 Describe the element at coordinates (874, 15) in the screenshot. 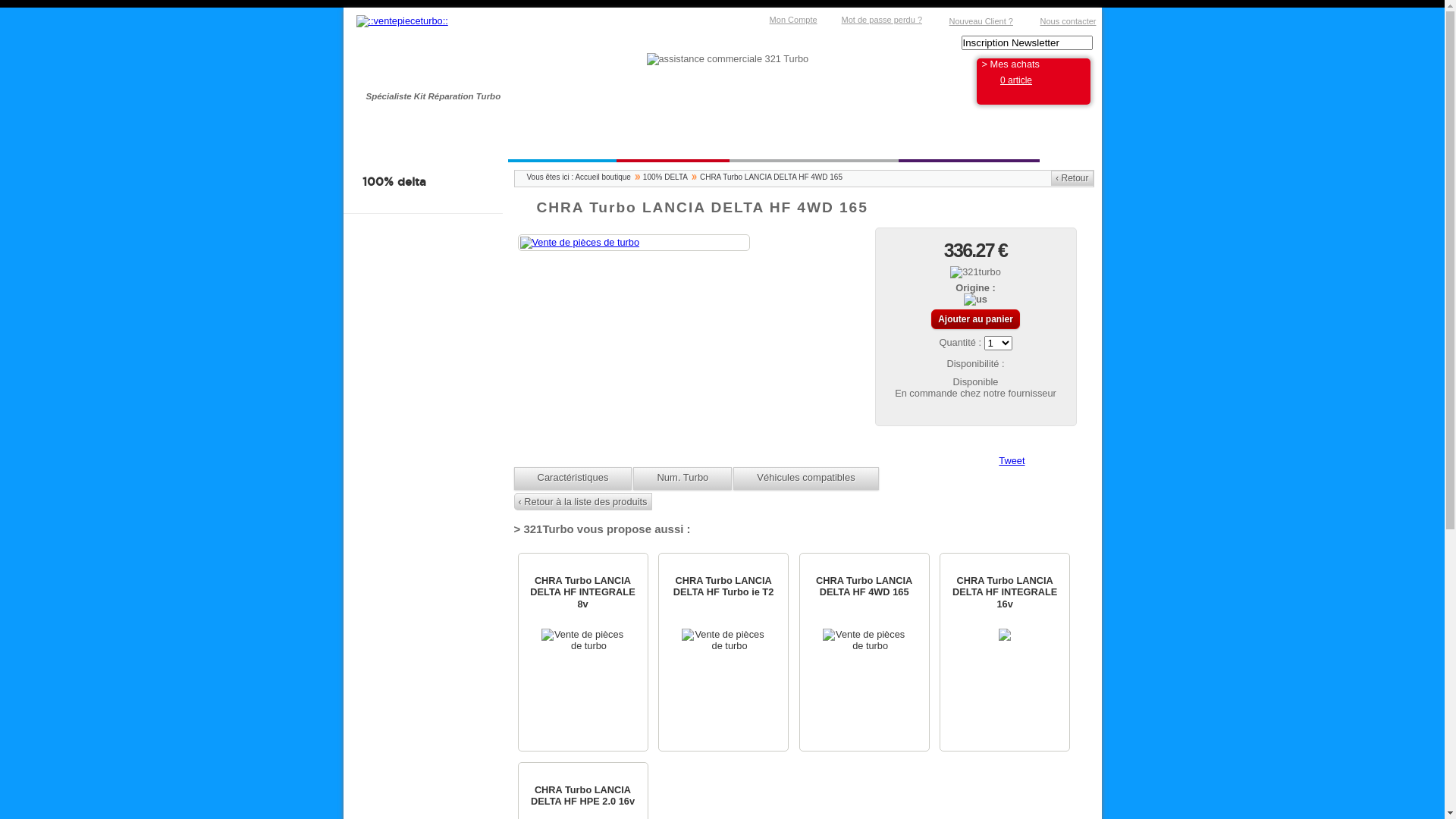

I see `'Mot de passe perdu ?'` at that location.